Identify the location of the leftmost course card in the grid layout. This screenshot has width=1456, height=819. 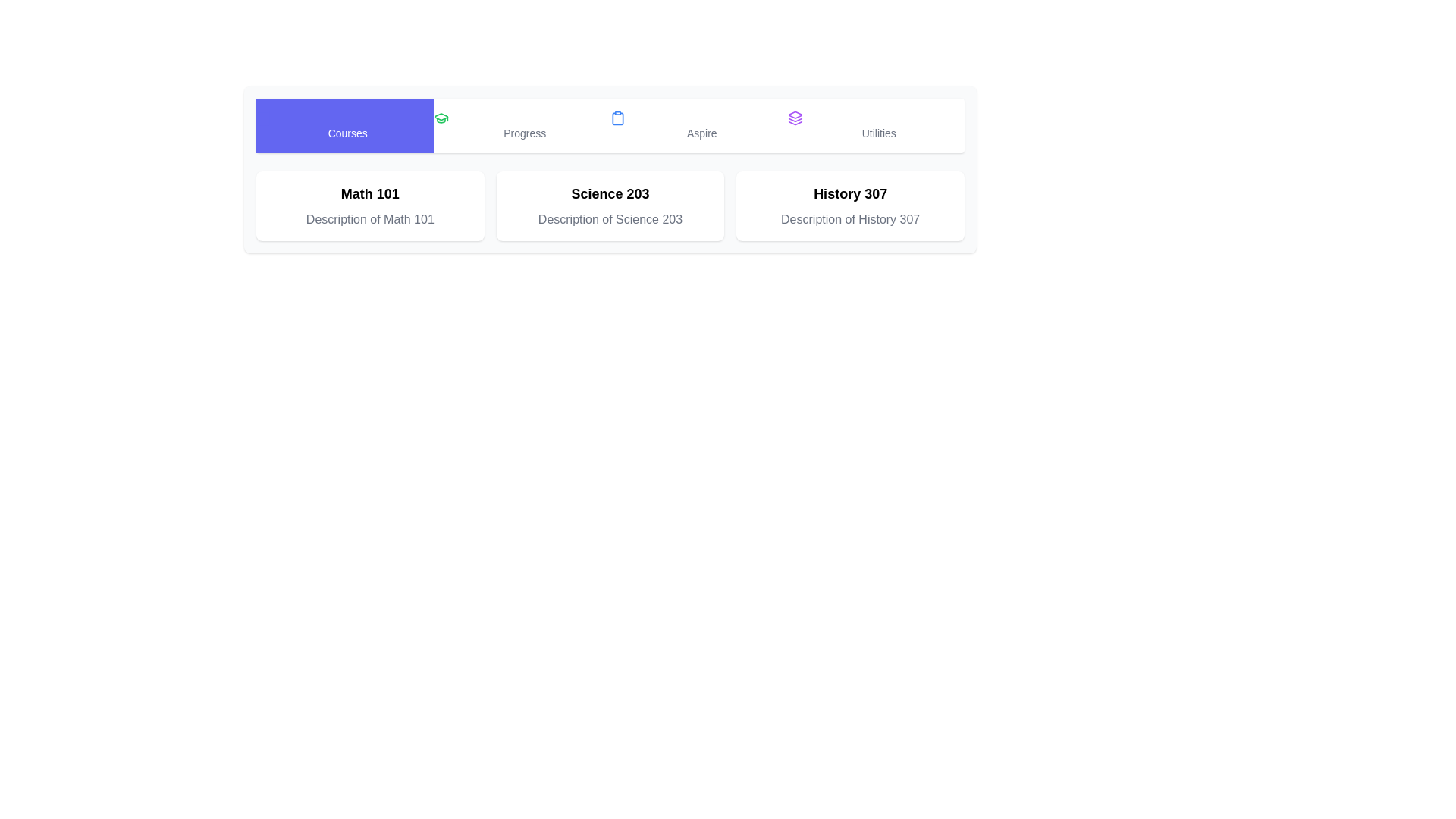
(370, 206).